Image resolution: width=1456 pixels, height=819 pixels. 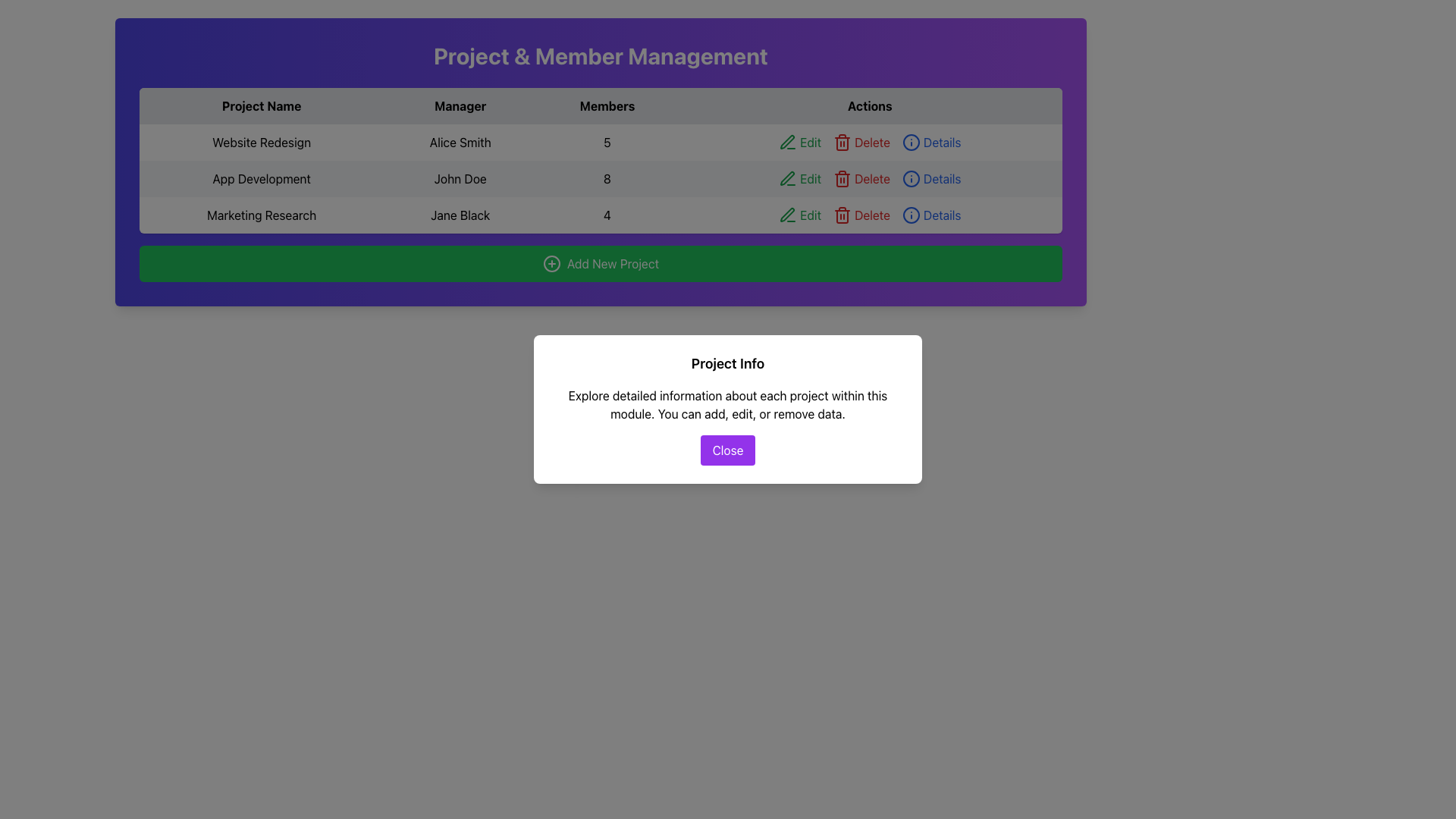 What do you see at coordinates (870, 105) in the screenshot?
I see `the static text label displaying 'Actions', which is the last column header in the row of headers, positioned to the right of 'Members'` at bounding box center [870, 105].